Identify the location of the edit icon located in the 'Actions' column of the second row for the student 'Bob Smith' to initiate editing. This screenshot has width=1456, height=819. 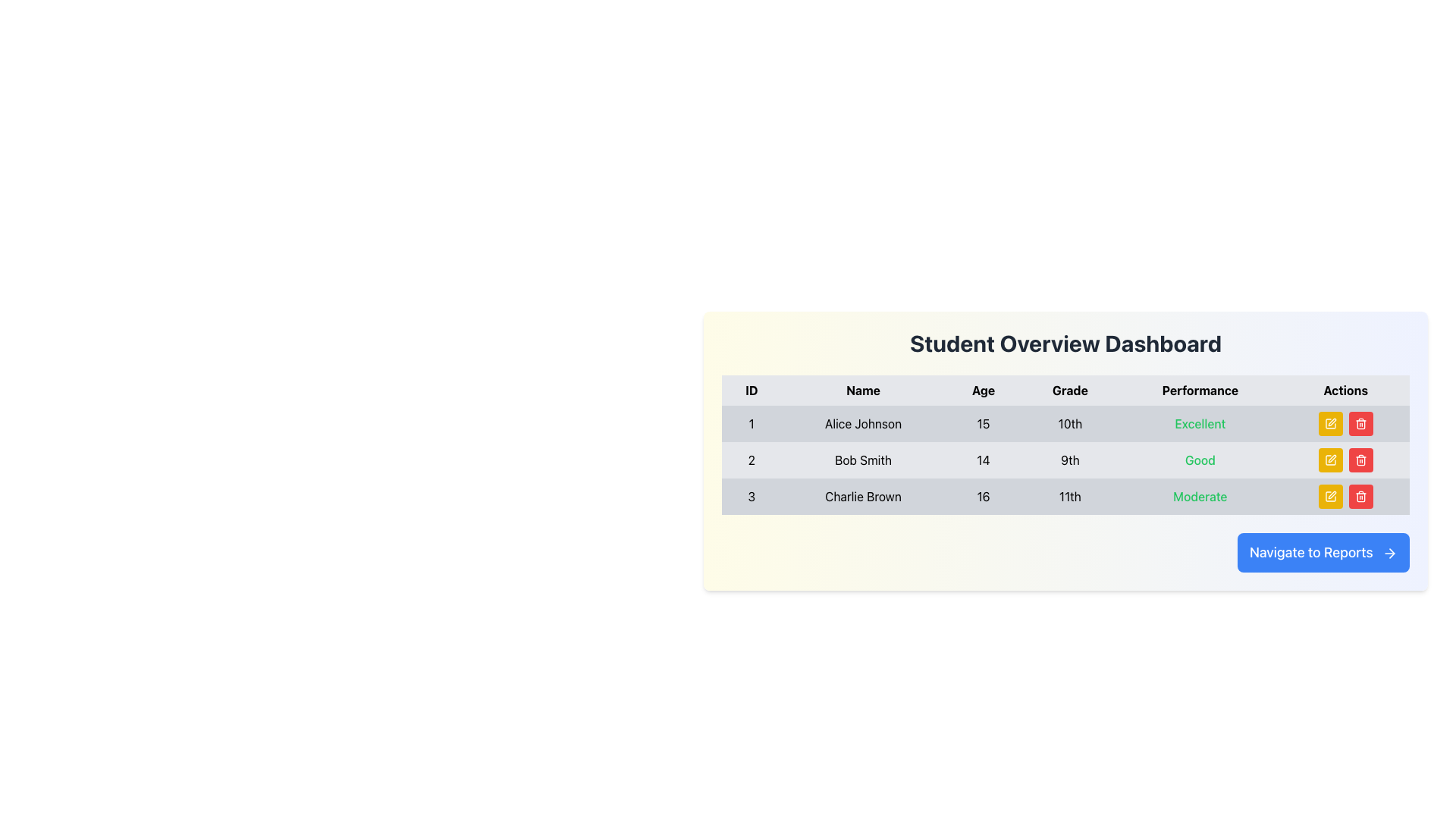
(1329, 459).